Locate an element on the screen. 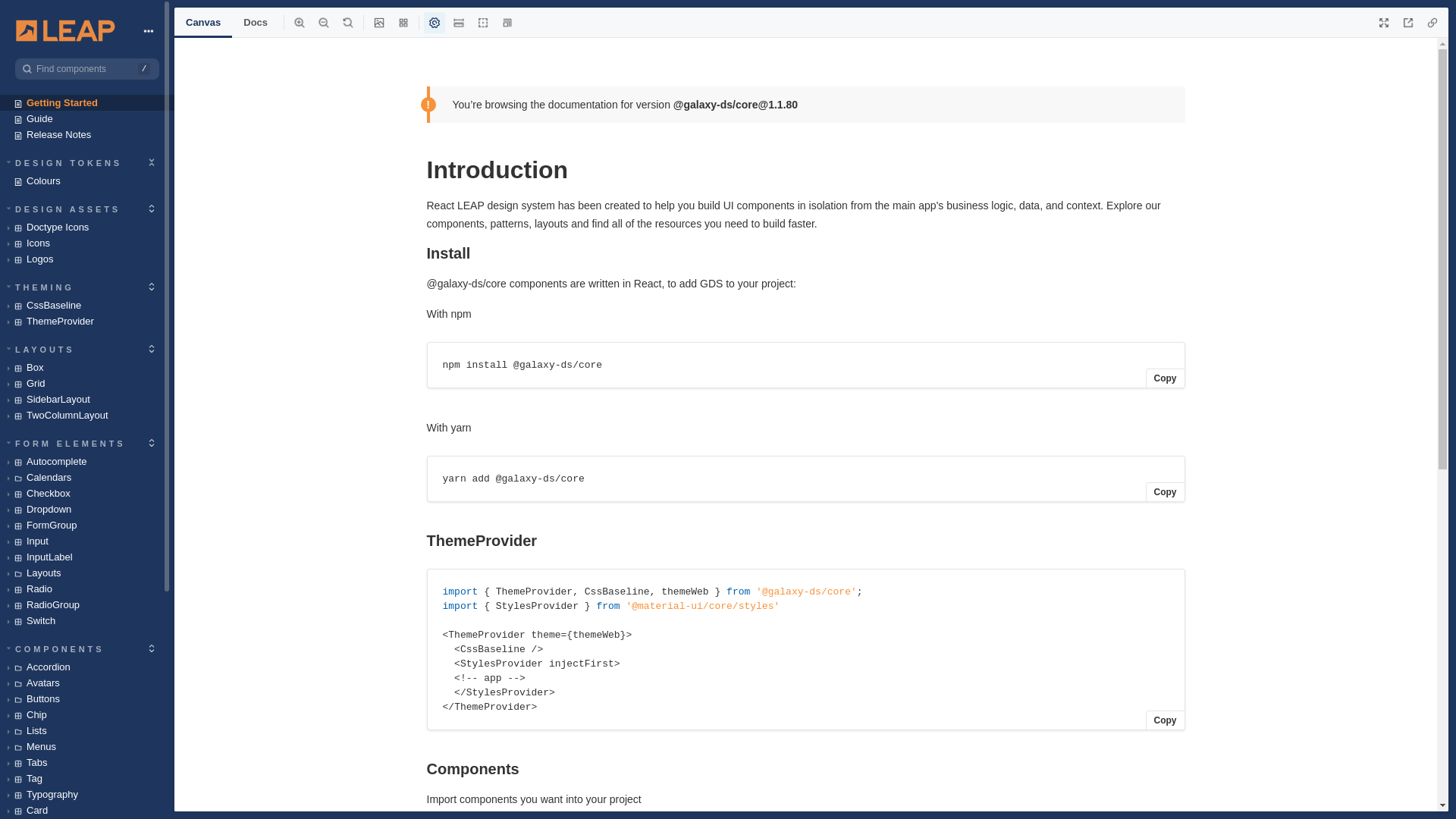 The height and width of the screenshot is (819, 1456). 'COMPONENTS' is located at coordinates (55, 648).